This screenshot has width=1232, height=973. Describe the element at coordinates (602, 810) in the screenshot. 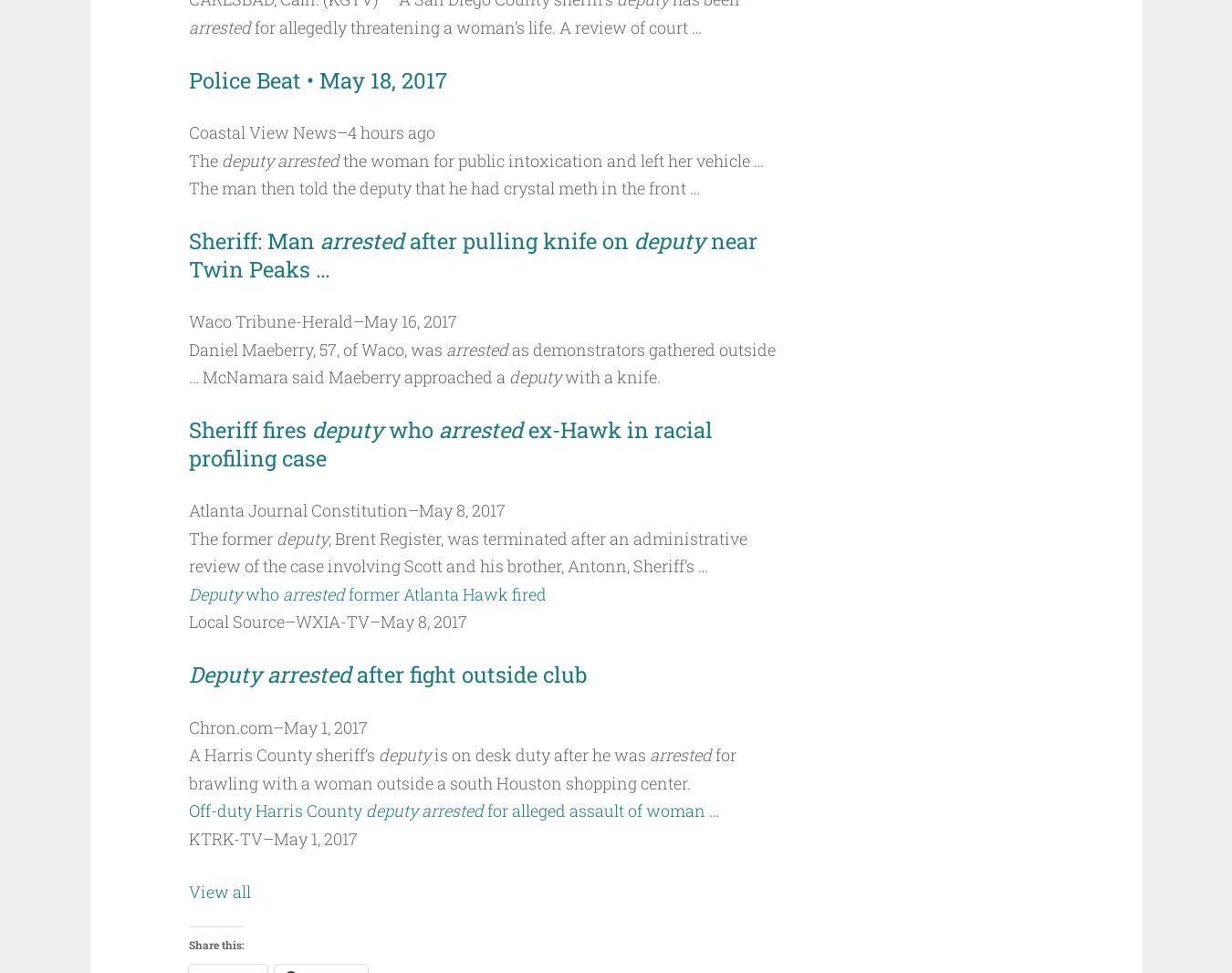

I see `'for alleged assault of woman …'` at that location.